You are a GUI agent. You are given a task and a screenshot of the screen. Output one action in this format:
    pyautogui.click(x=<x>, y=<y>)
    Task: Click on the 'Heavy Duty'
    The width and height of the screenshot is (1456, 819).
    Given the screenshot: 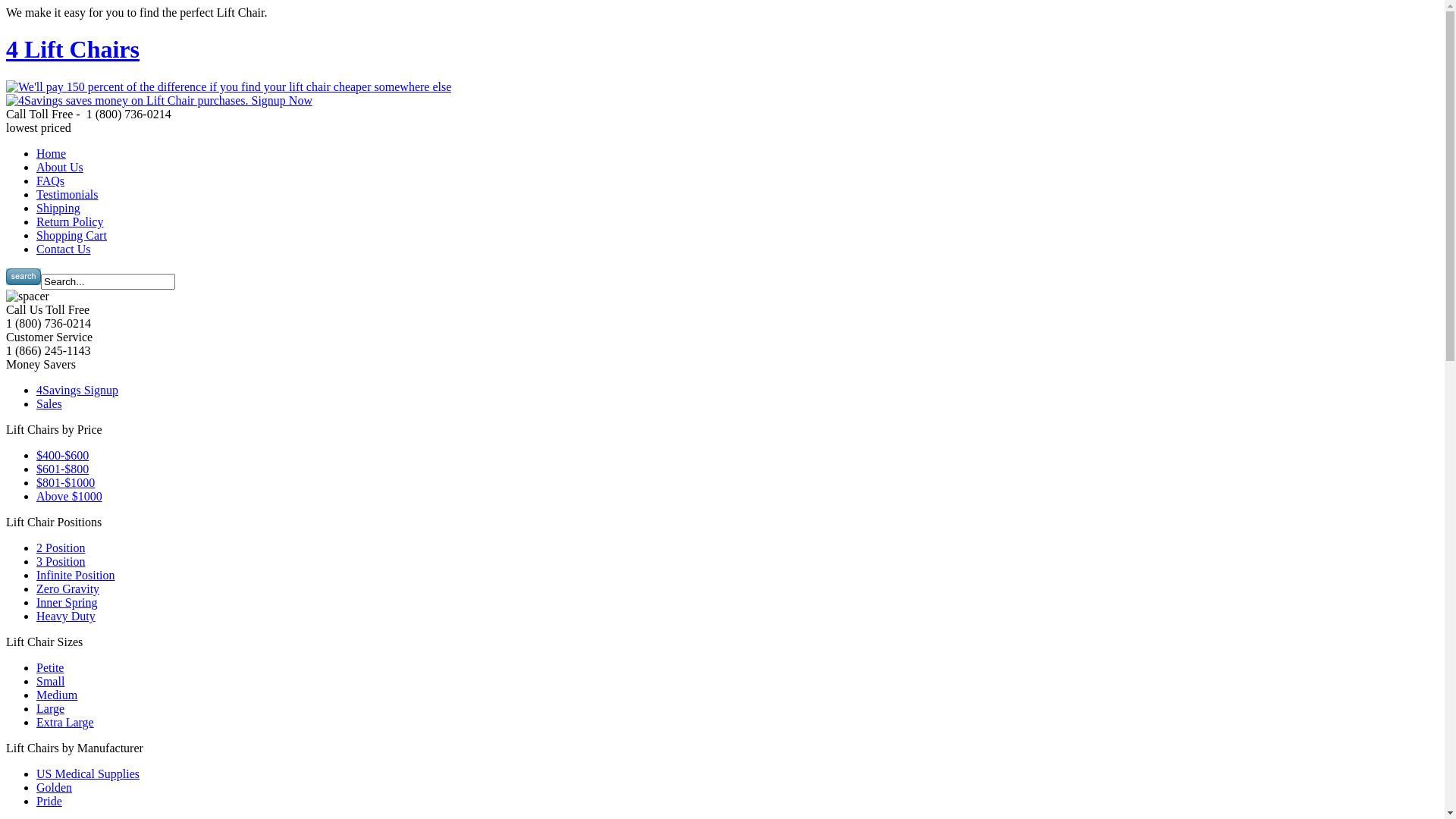 What is the action you would take?
    pyautogui.click(x=64, y=616)
    